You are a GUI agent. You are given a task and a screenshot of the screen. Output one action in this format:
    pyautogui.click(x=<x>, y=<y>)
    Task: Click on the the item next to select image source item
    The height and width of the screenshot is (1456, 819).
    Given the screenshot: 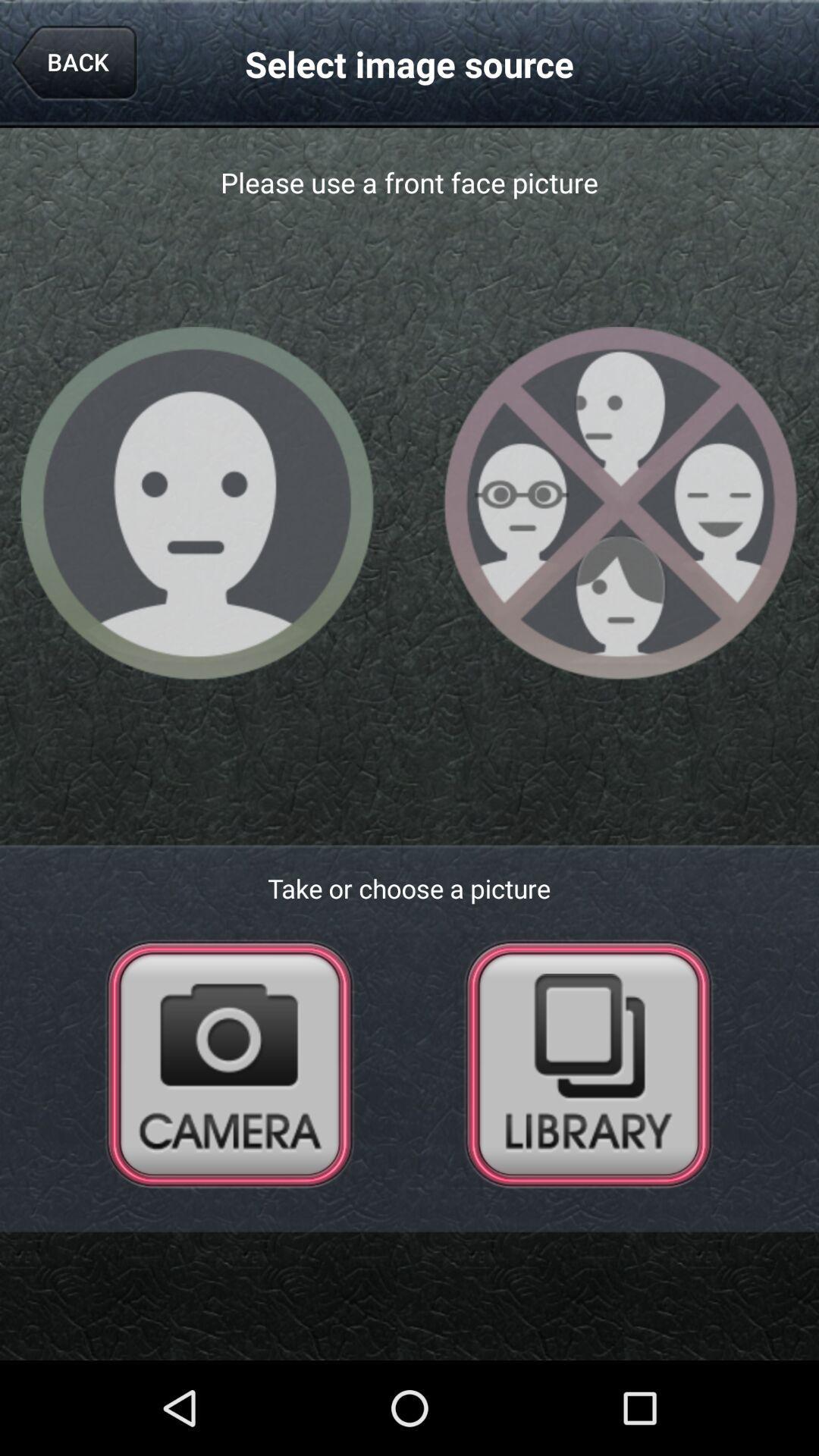 What is the action you would take?
    pyautogui.click(x=74, y=63)
    